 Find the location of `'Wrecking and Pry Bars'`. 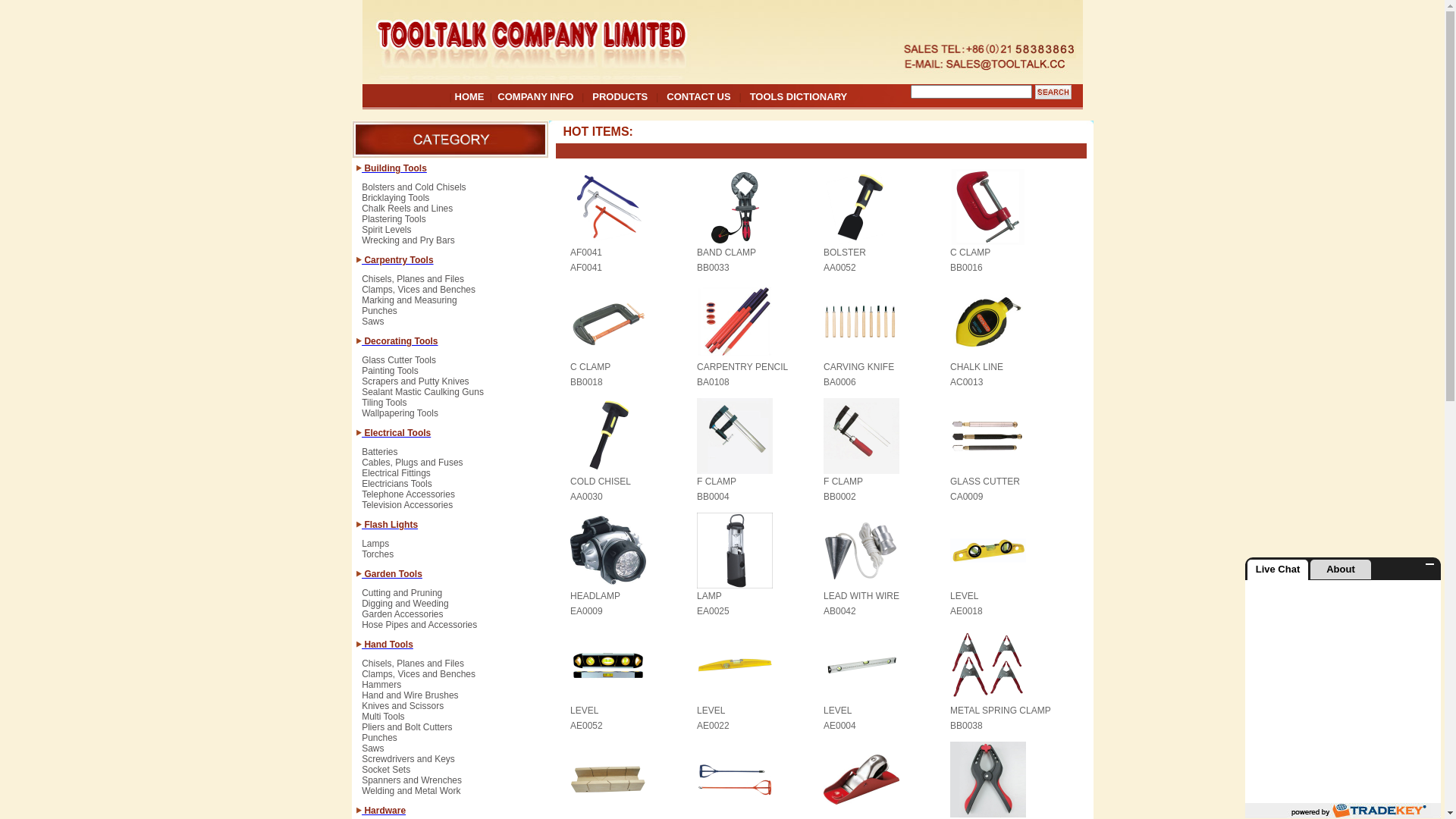

'Wrecking and Pry Bars' is located at coordinates (408, 239).